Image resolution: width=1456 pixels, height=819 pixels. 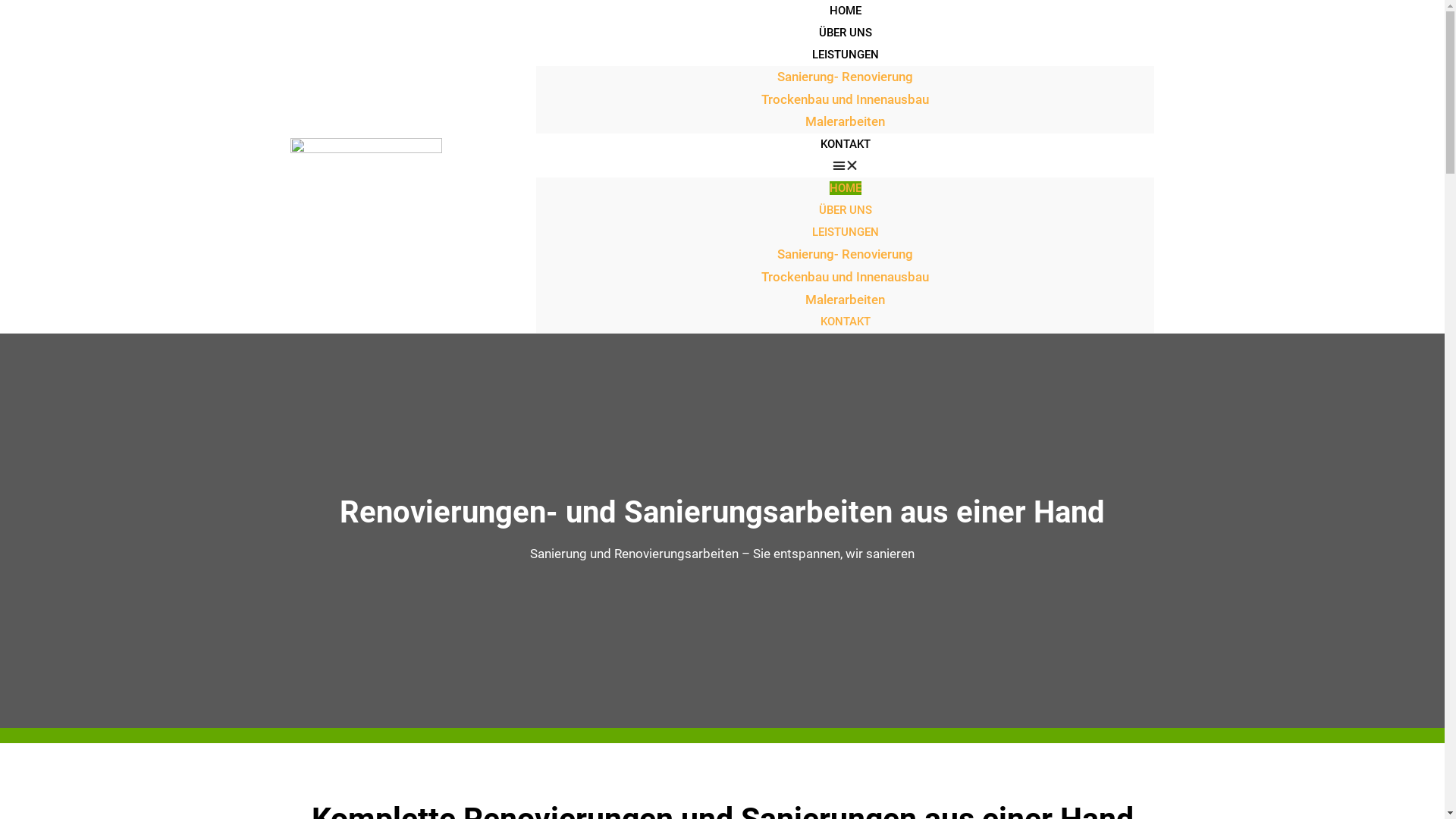 What do you see at coordinates (844, 76) in the screenshot?
I see `'Sanierung- Renovierung'` at bounding box center [844, 76].